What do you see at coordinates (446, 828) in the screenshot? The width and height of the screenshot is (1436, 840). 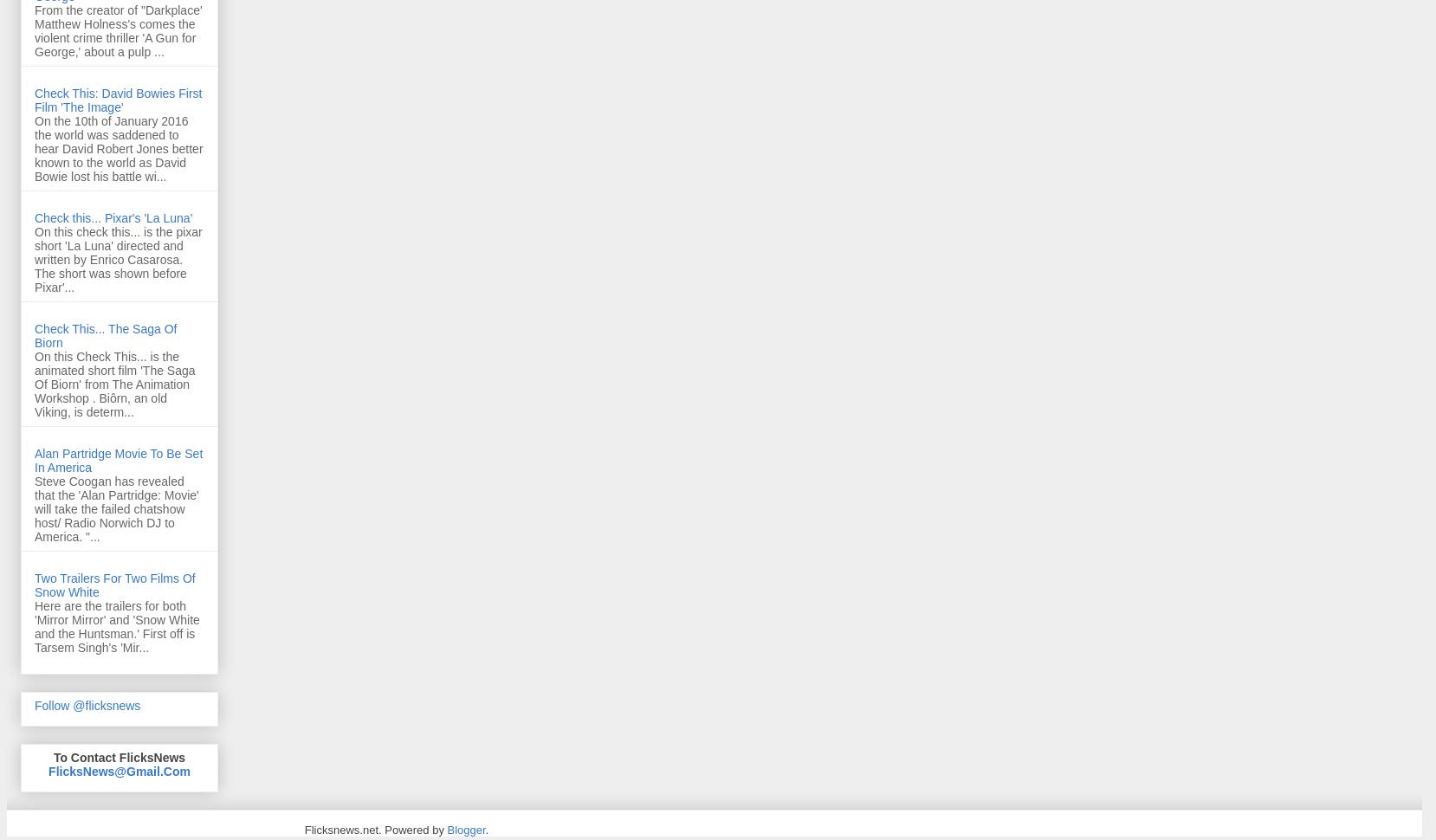 I see `'Blogger'` at bounding box center [446, 828].